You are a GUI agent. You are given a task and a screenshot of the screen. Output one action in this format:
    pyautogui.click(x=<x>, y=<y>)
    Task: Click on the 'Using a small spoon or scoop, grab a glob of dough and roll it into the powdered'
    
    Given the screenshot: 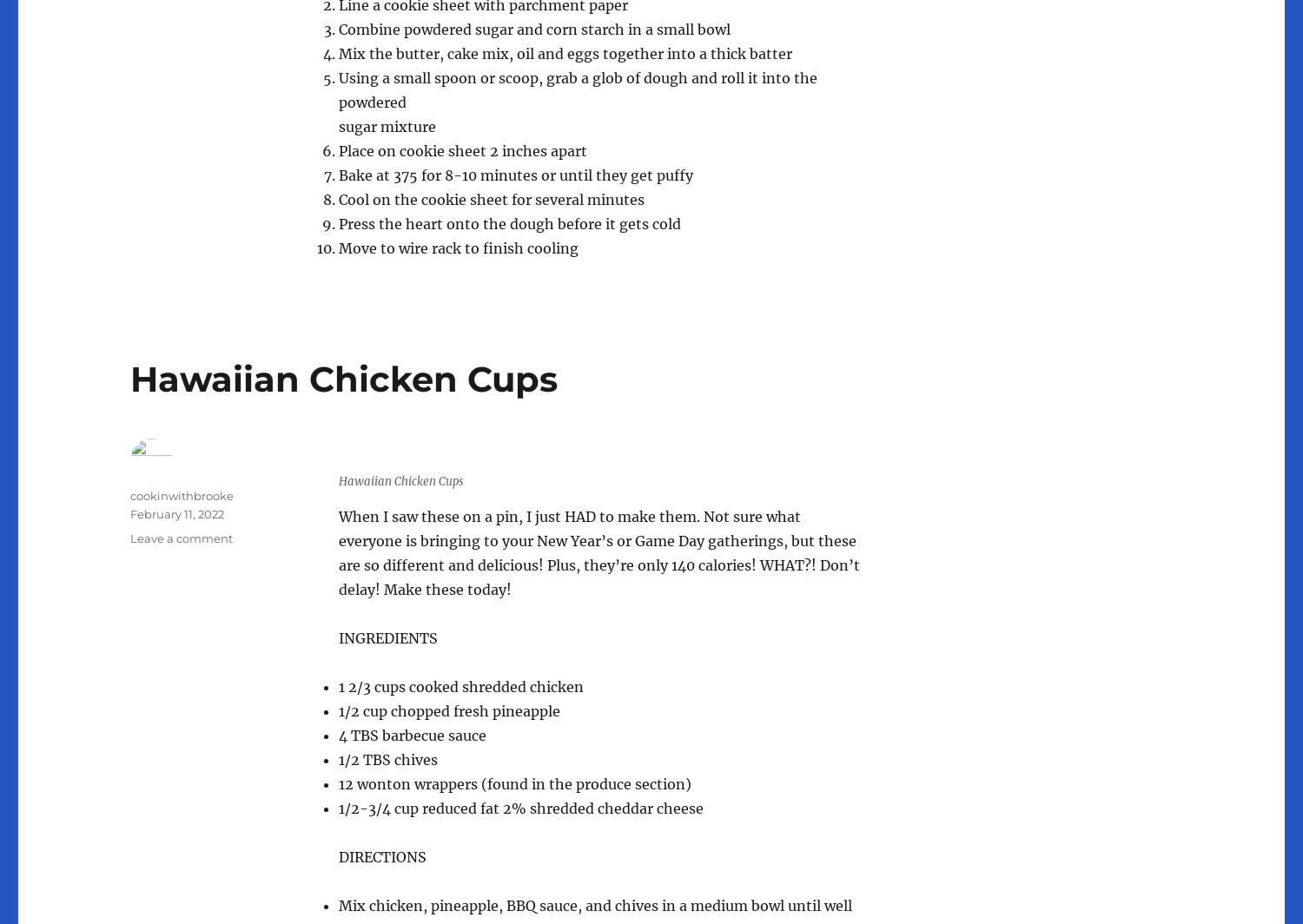 What is the action you would take?
    pyautogui.click(x=578, y=89)
    